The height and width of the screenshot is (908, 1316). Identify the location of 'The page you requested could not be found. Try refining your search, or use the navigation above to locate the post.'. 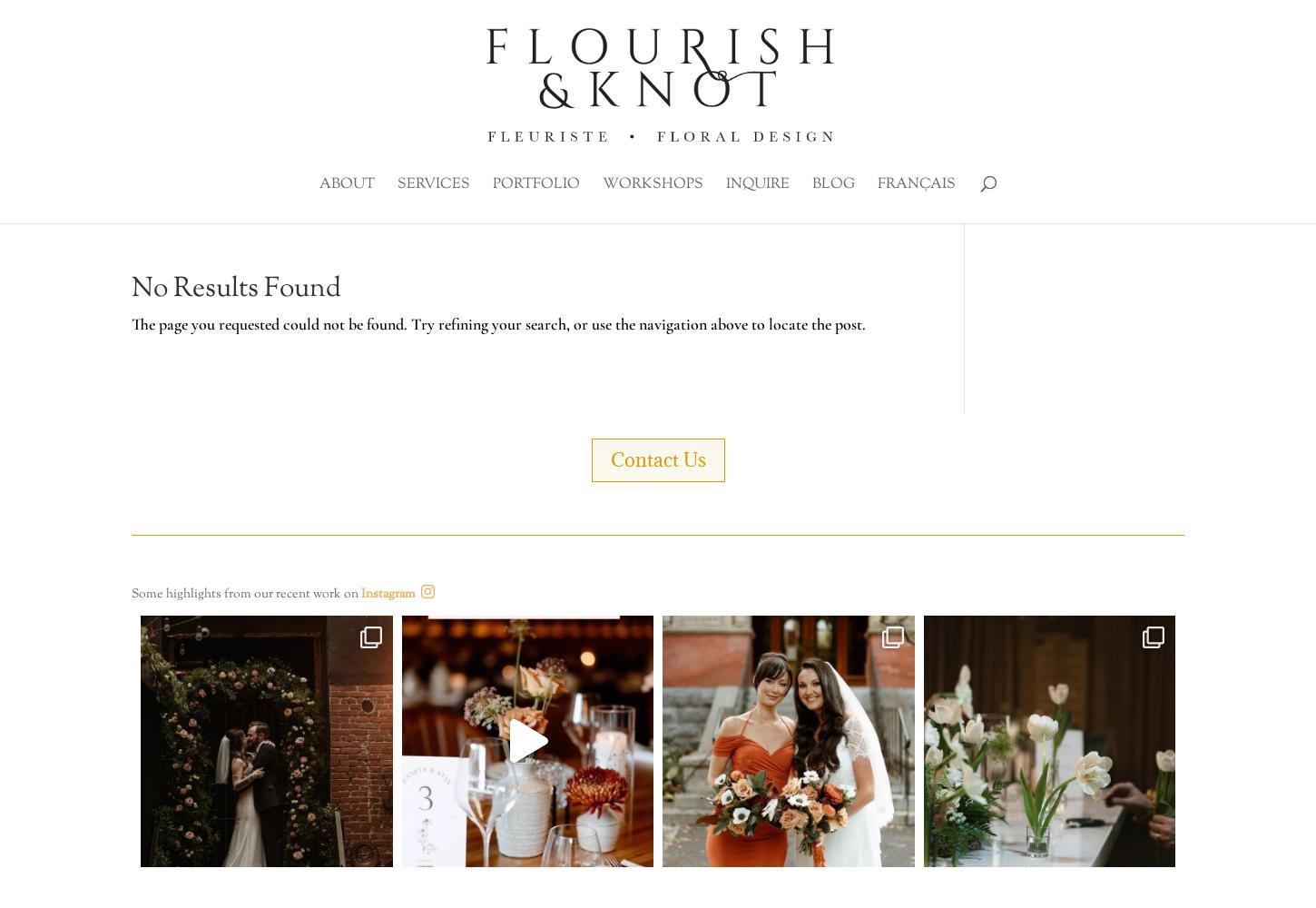
(498, 323).